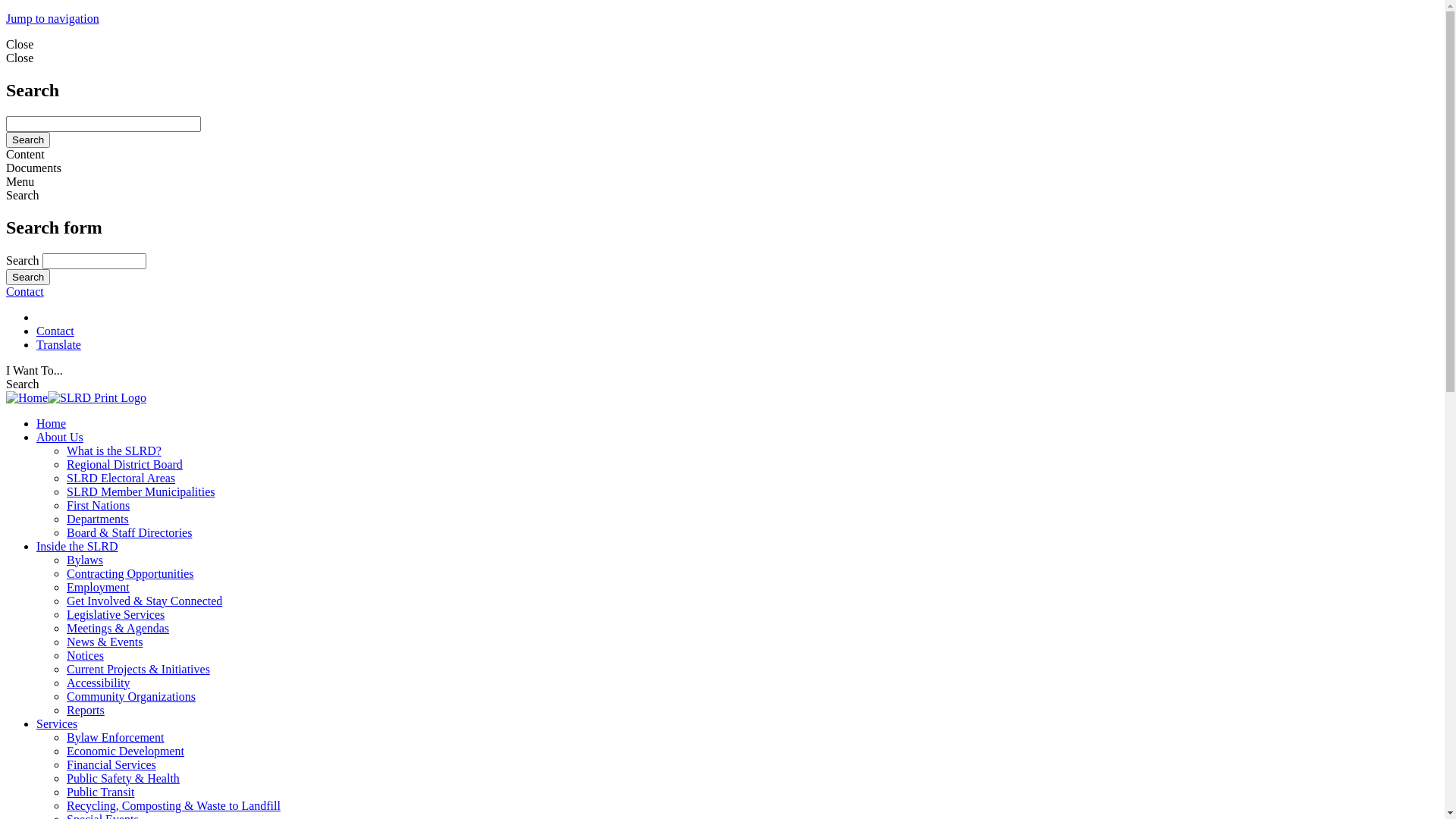 The image size is (1456, 819). Describe the element at coordinates (125, 751) in the screenshot. I see `'Economic Development'` at that location.